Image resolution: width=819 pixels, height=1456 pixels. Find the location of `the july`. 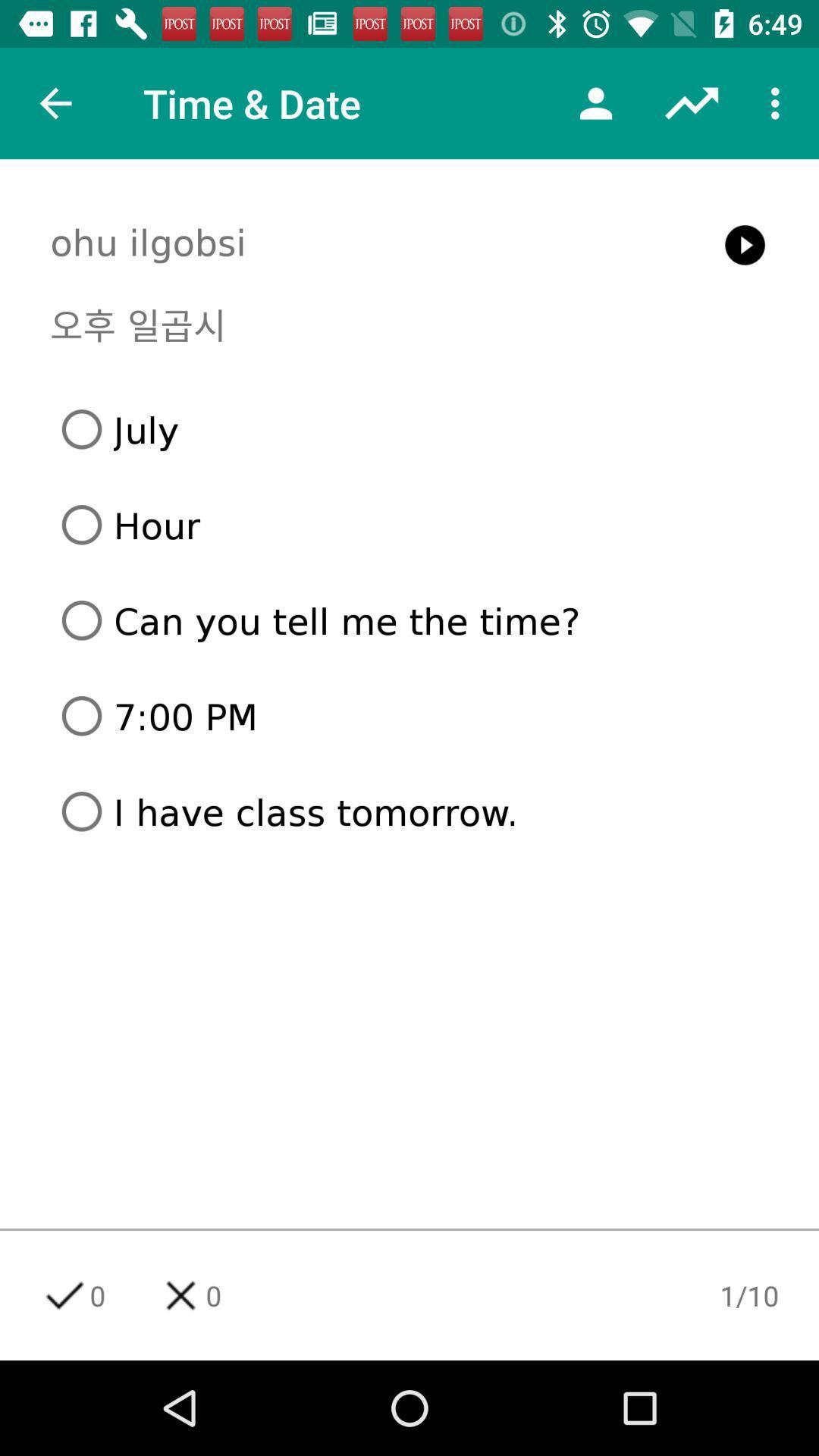

the july is located at coordinates (415, 428).